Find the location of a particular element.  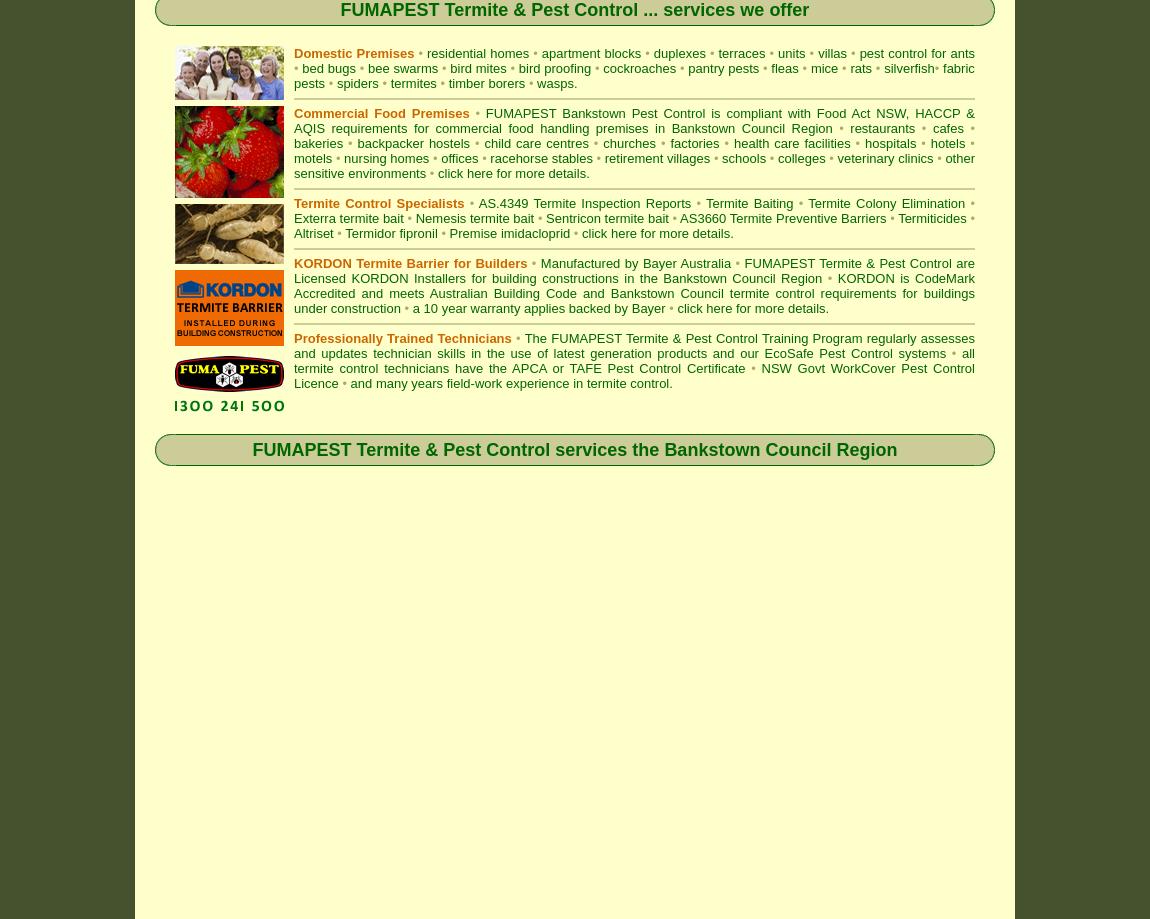

'Termite Colony Elimination' is located at coordinates (886, 203).